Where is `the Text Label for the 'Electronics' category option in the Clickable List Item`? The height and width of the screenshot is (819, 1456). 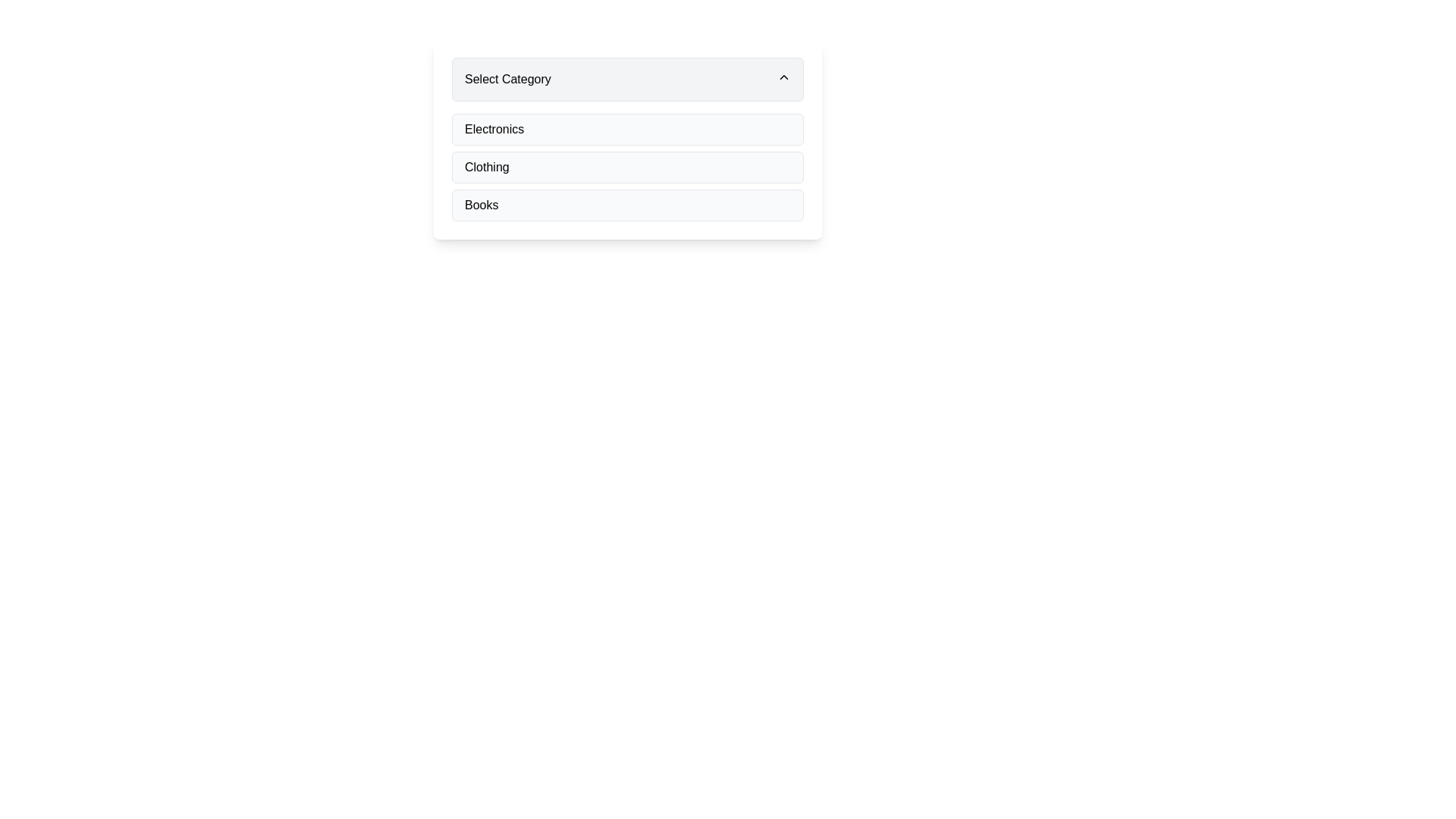
the Text Label for the 'Electronics' category option in the Clickable List Item is located at coordinates (494, 128).